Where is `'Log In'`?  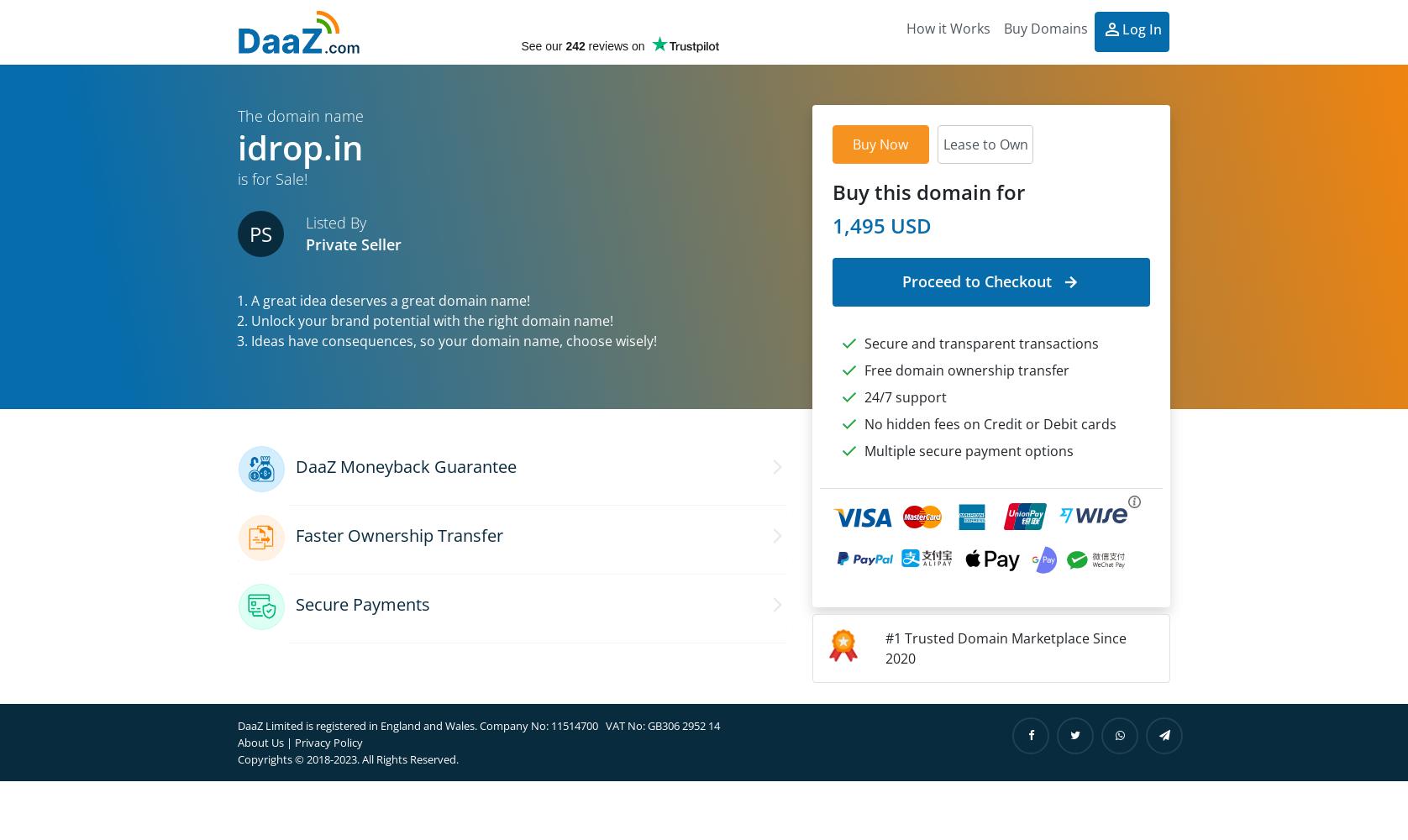
'Log In' is located at coordinates (1142, 29).